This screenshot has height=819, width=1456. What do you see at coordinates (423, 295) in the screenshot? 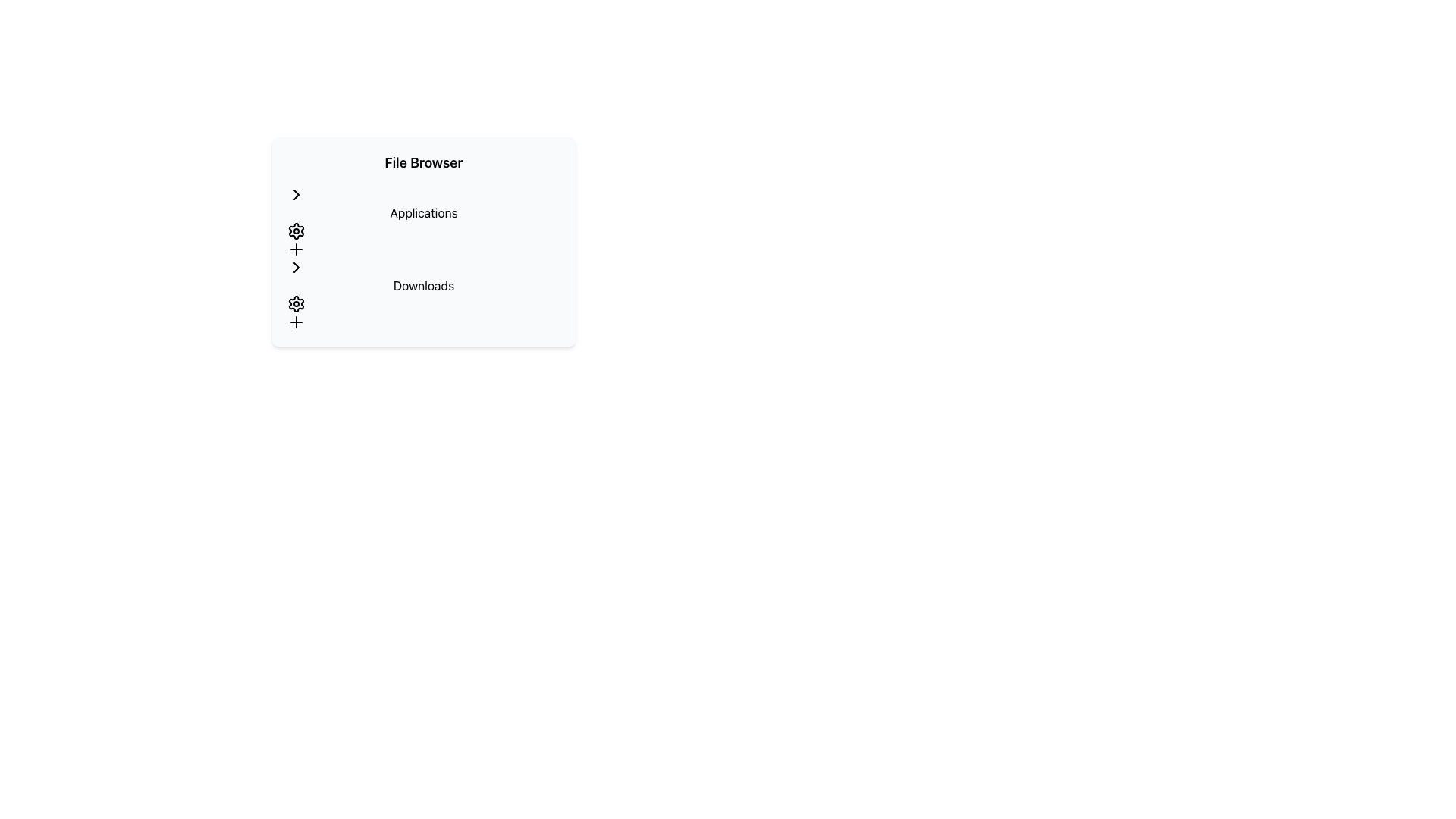
I see `the Text Label representing the 'Downloads' section located within the 'File Browser' panel, positioned below the 'Applications' label` at bounding box center [423, 295].